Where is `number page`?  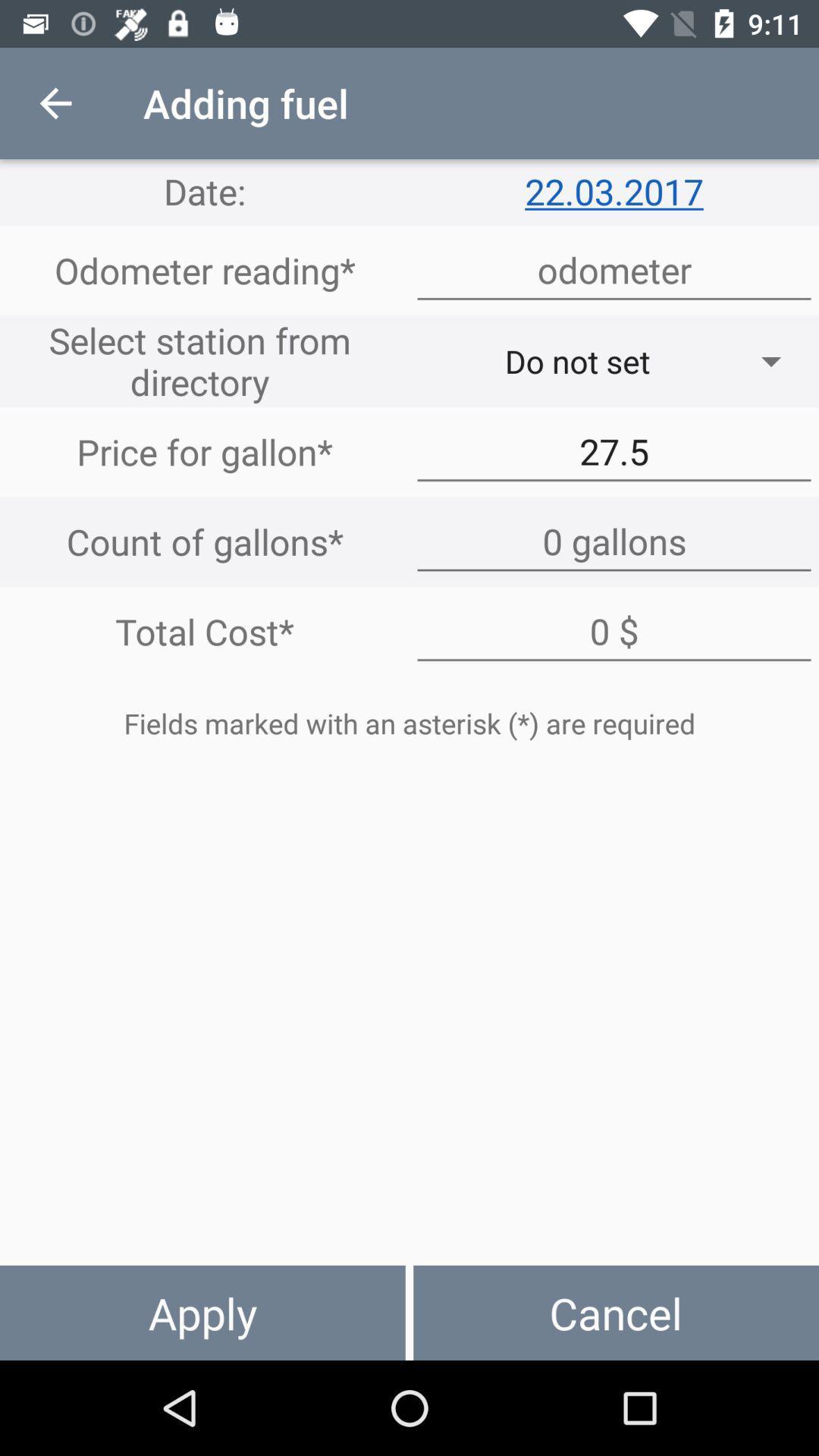 number page is located at coordinates (614, 270).